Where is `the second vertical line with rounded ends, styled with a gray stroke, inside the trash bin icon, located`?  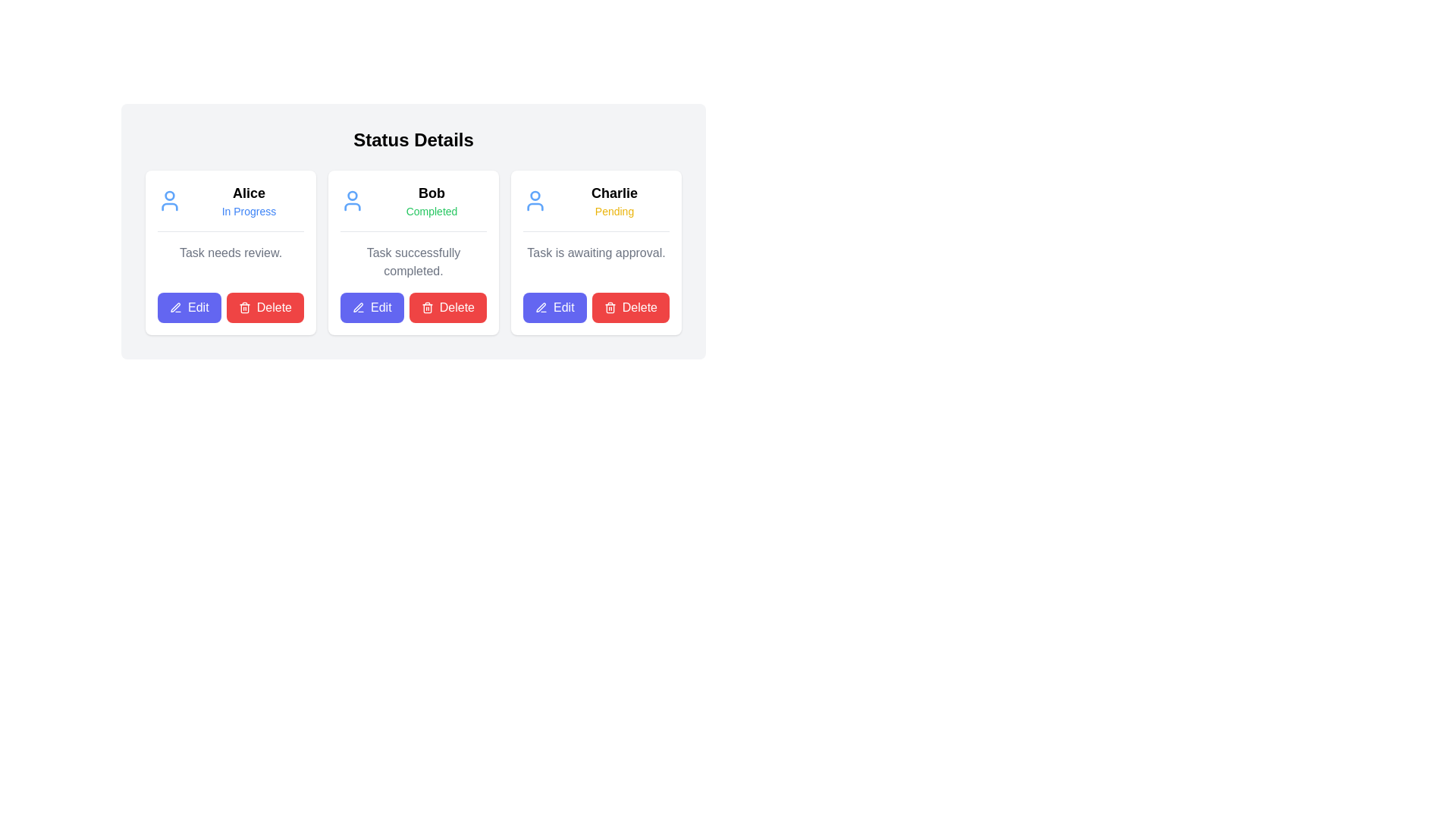
the second vertical line with rounded ends, styled with a gray stroke, inside the trash bin icon, located is located at coordinates (610, 308).